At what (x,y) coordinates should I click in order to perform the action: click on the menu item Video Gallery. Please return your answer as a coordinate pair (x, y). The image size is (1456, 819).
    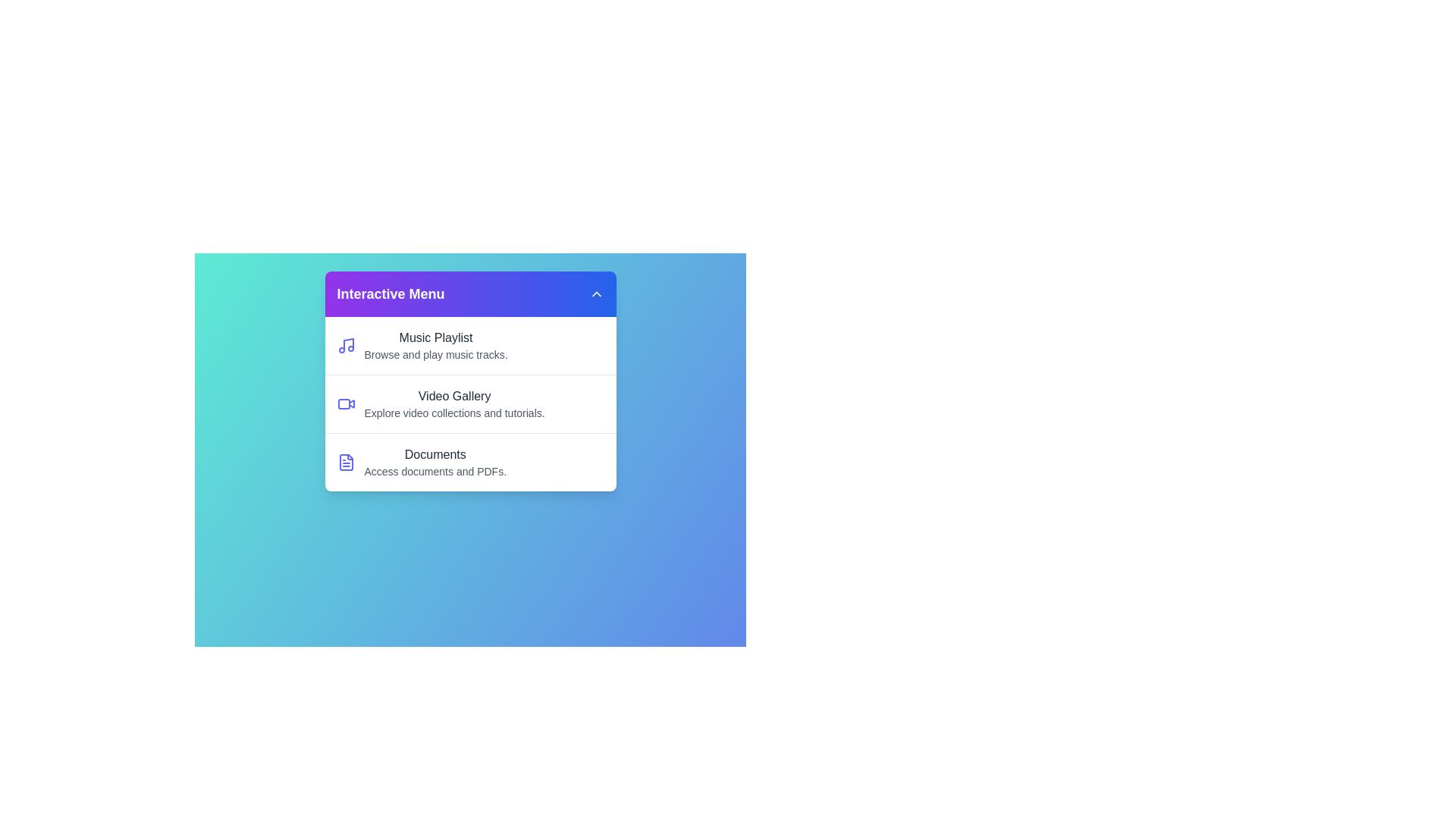
    Looking at the image, I should click on (469, 403).